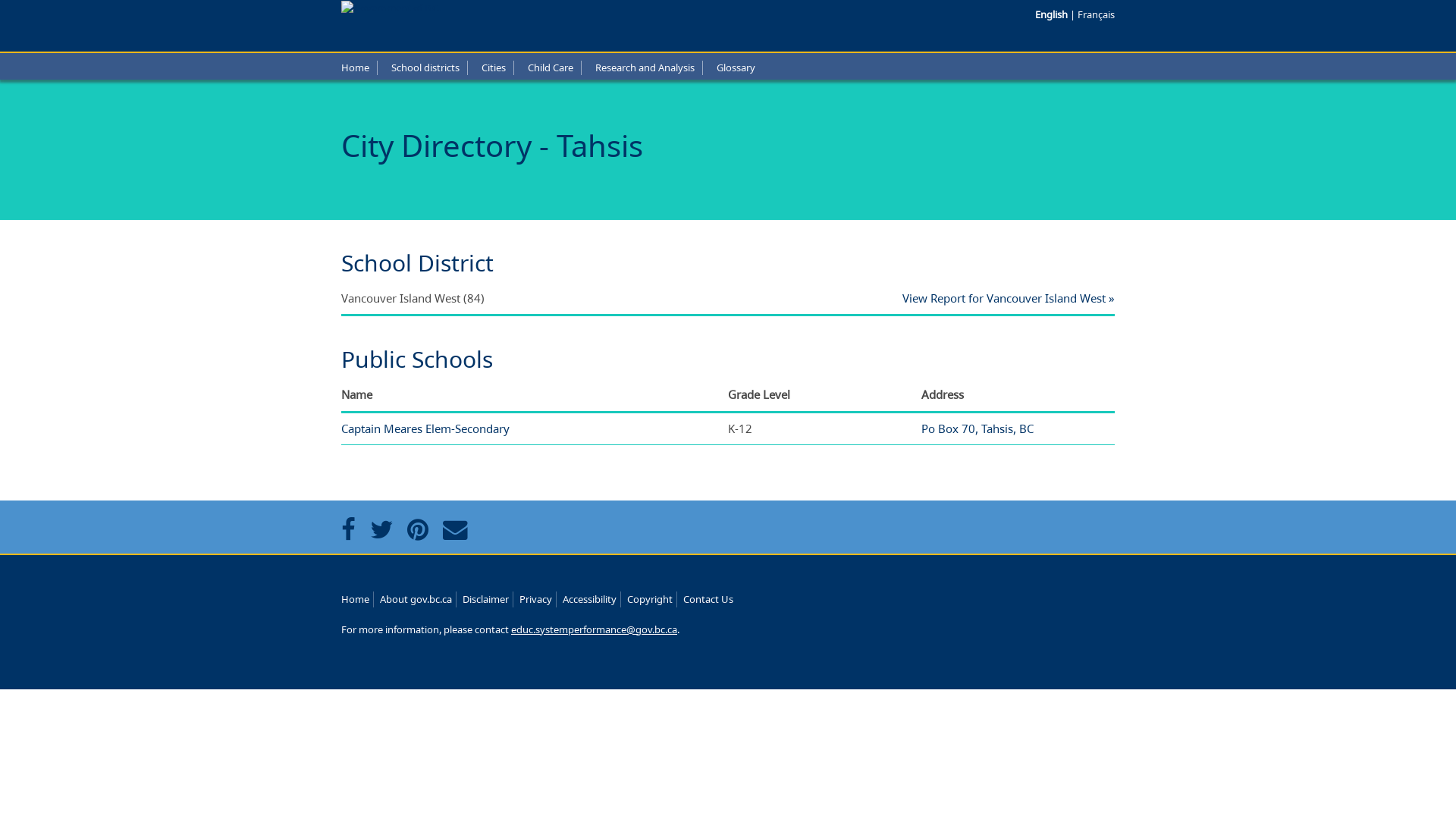 Image resolution: width=1456 pixels, height=819 pixels. Describe the element at coordinates (458, 528) in the screenshot. I see `'Share this page via email'` at that location.